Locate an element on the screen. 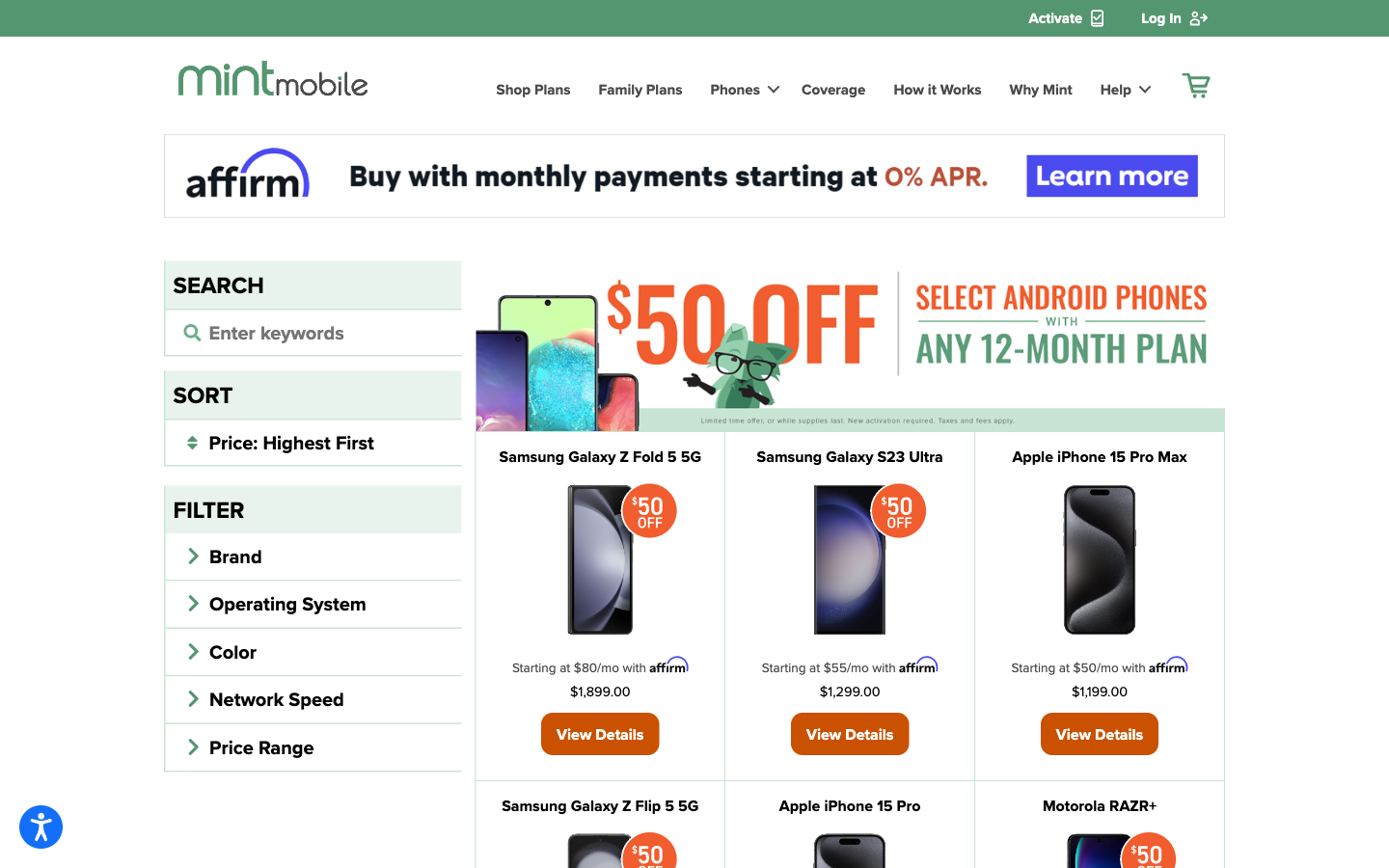 The height and width of the screenshot is (868, 1389). View Samsung Galaxy Phone is located at coordinates (848, 455).